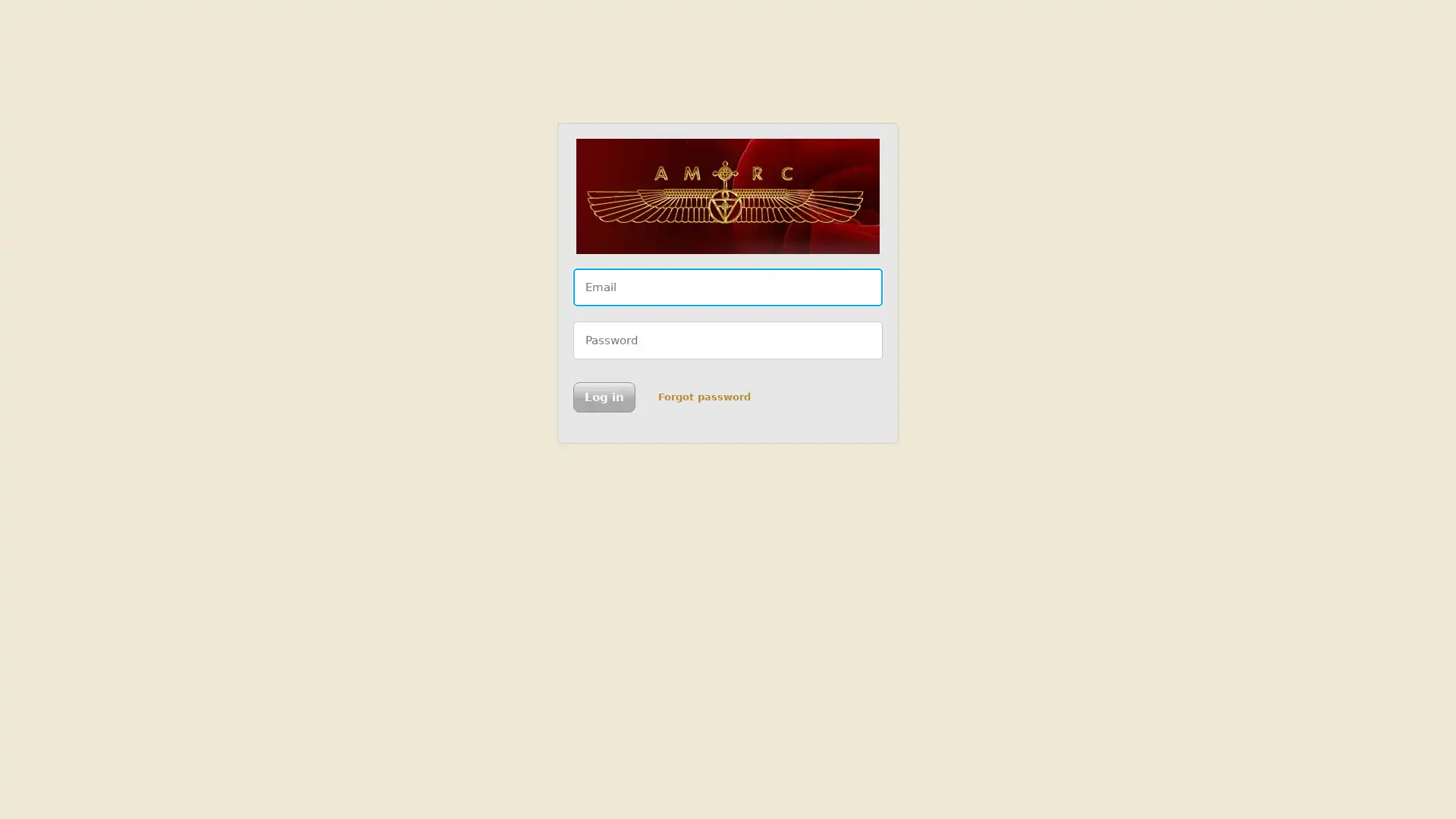  I want to click on Log in, so click(603, 397).